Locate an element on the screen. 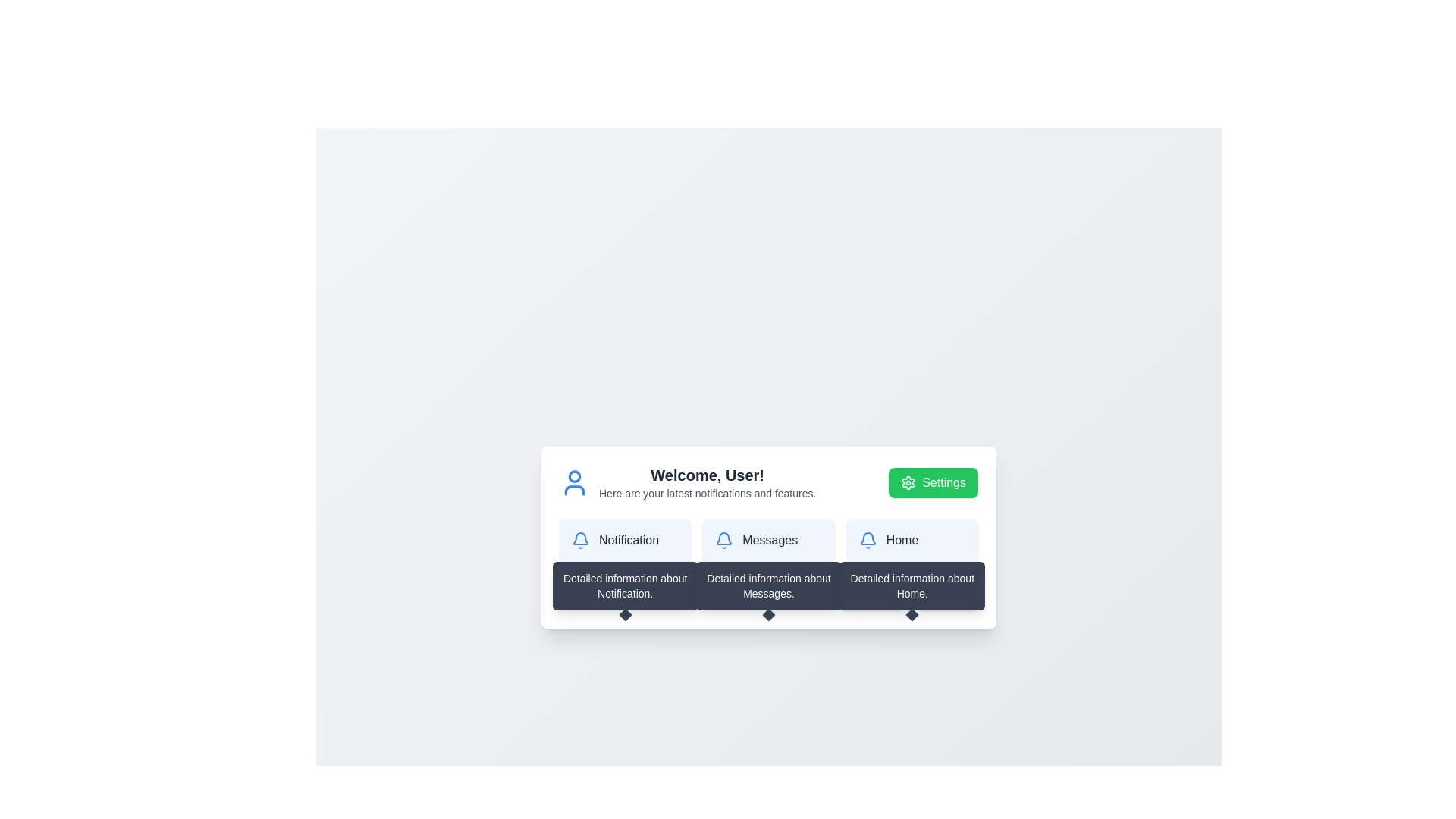  the settings icon located at the top-right corner of the white card interface next to the text 'Settings' is located at coordinates (908, 482).